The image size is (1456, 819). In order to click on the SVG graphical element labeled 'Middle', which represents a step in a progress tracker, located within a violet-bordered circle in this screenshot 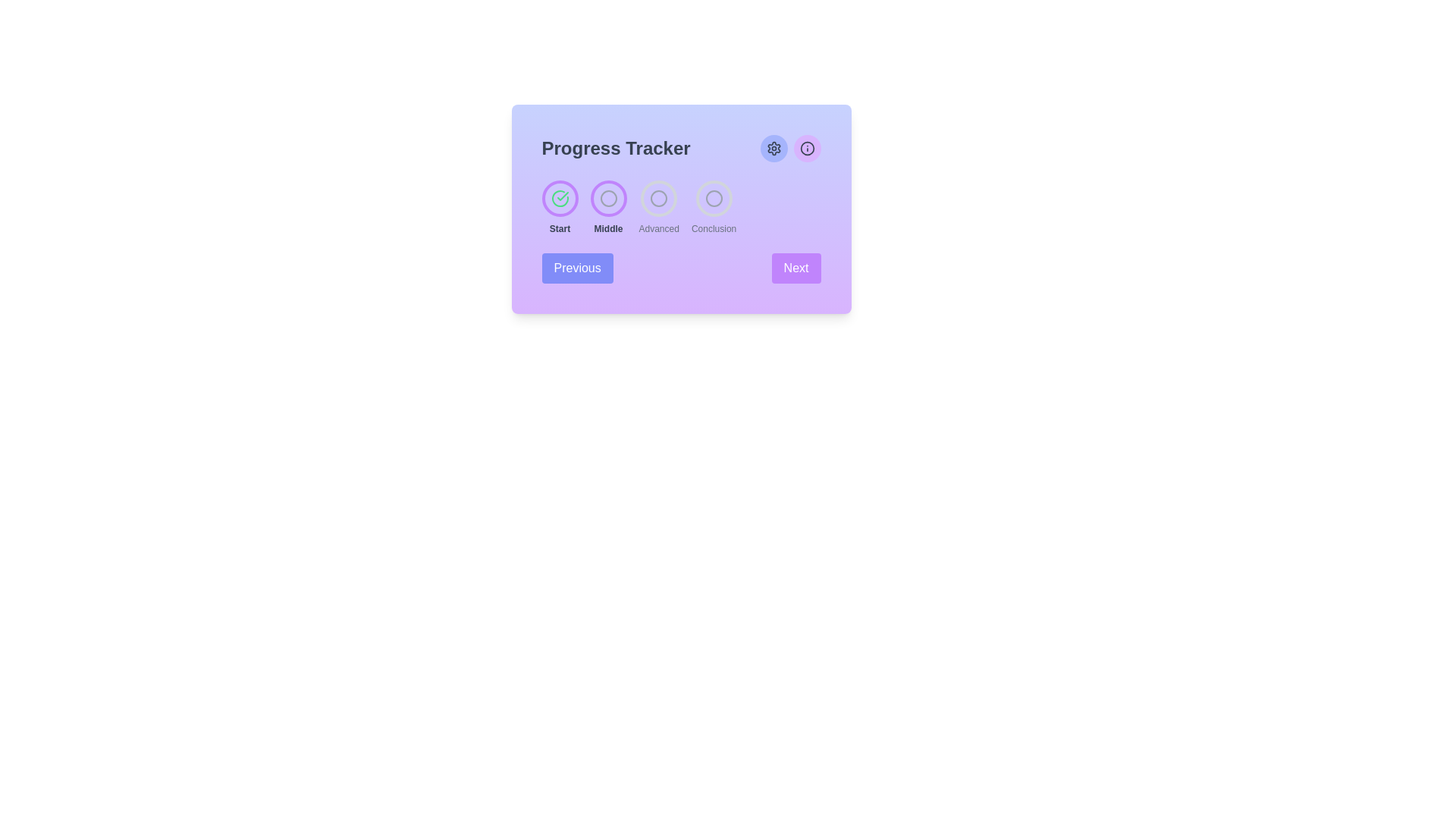, I will do `click(608, 198)`.